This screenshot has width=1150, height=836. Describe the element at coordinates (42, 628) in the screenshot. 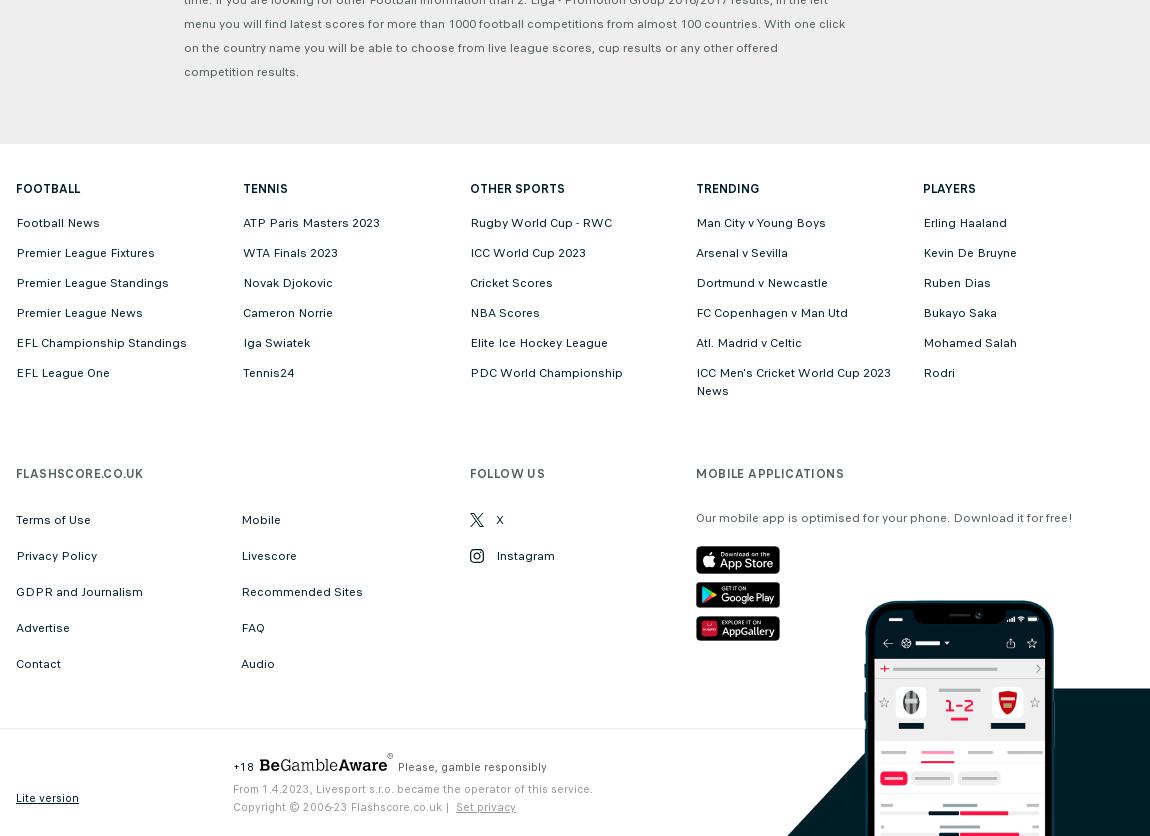

I see `'Advertise'` at that location.